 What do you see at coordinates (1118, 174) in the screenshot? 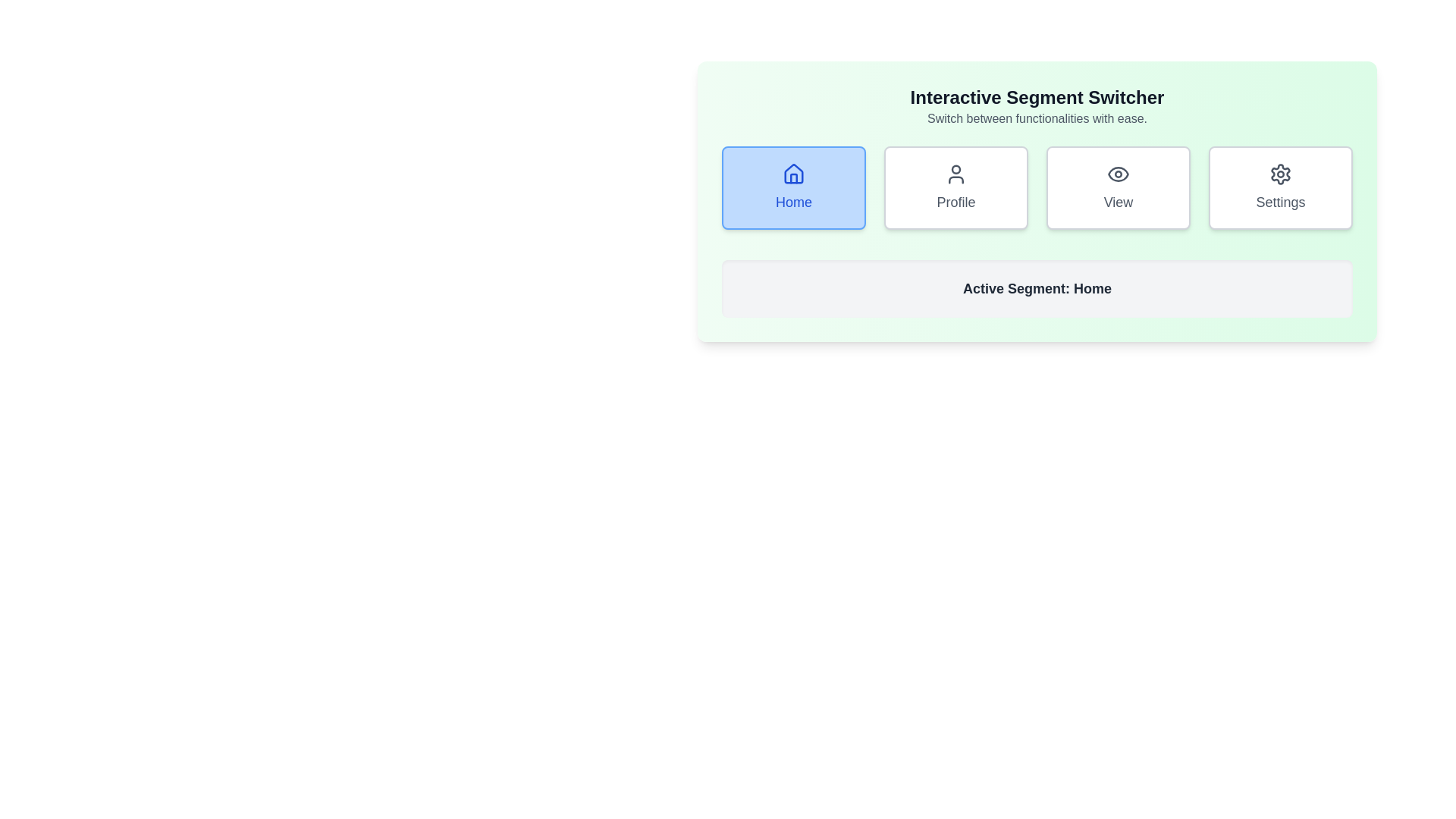
I see `the 'View' icon, which is the third button in a horizontal group of four buttons` at bounding box center [1118, 174].